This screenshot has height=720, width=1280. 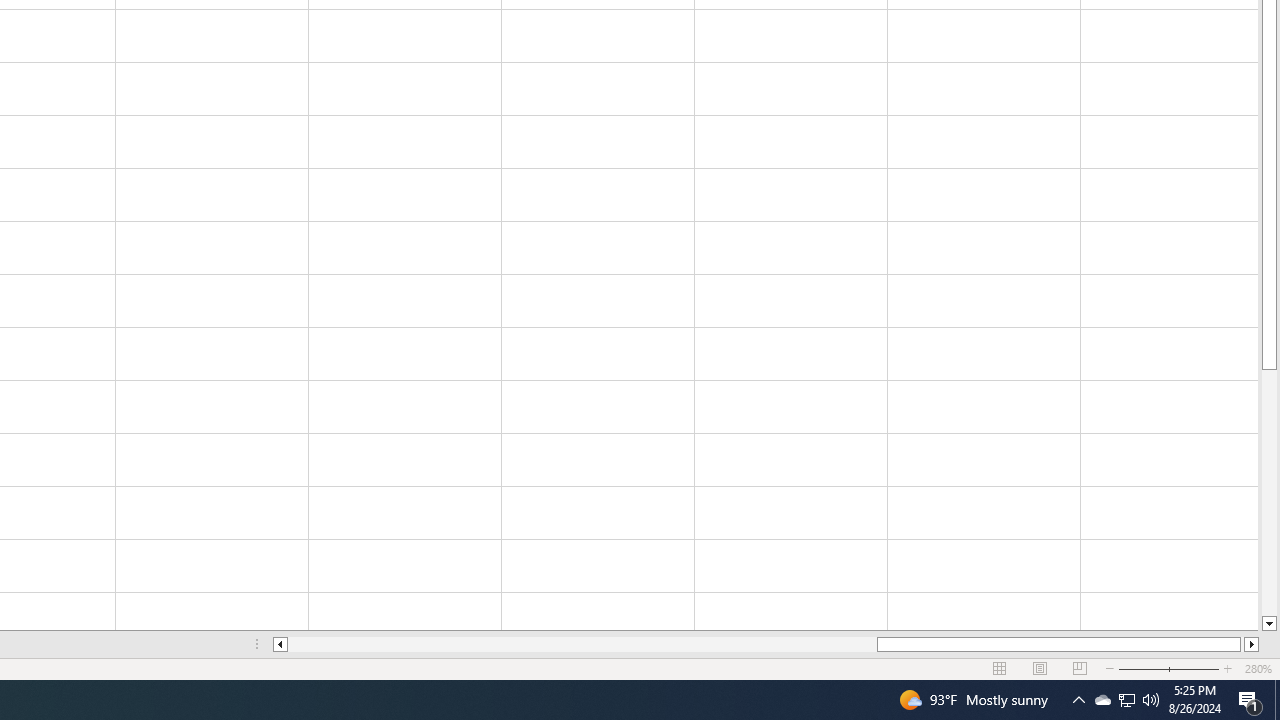 What do you see at coordinates (1251, 644) in the screenshot?
I see `'Column right'` at bounding box center [1251, 644].